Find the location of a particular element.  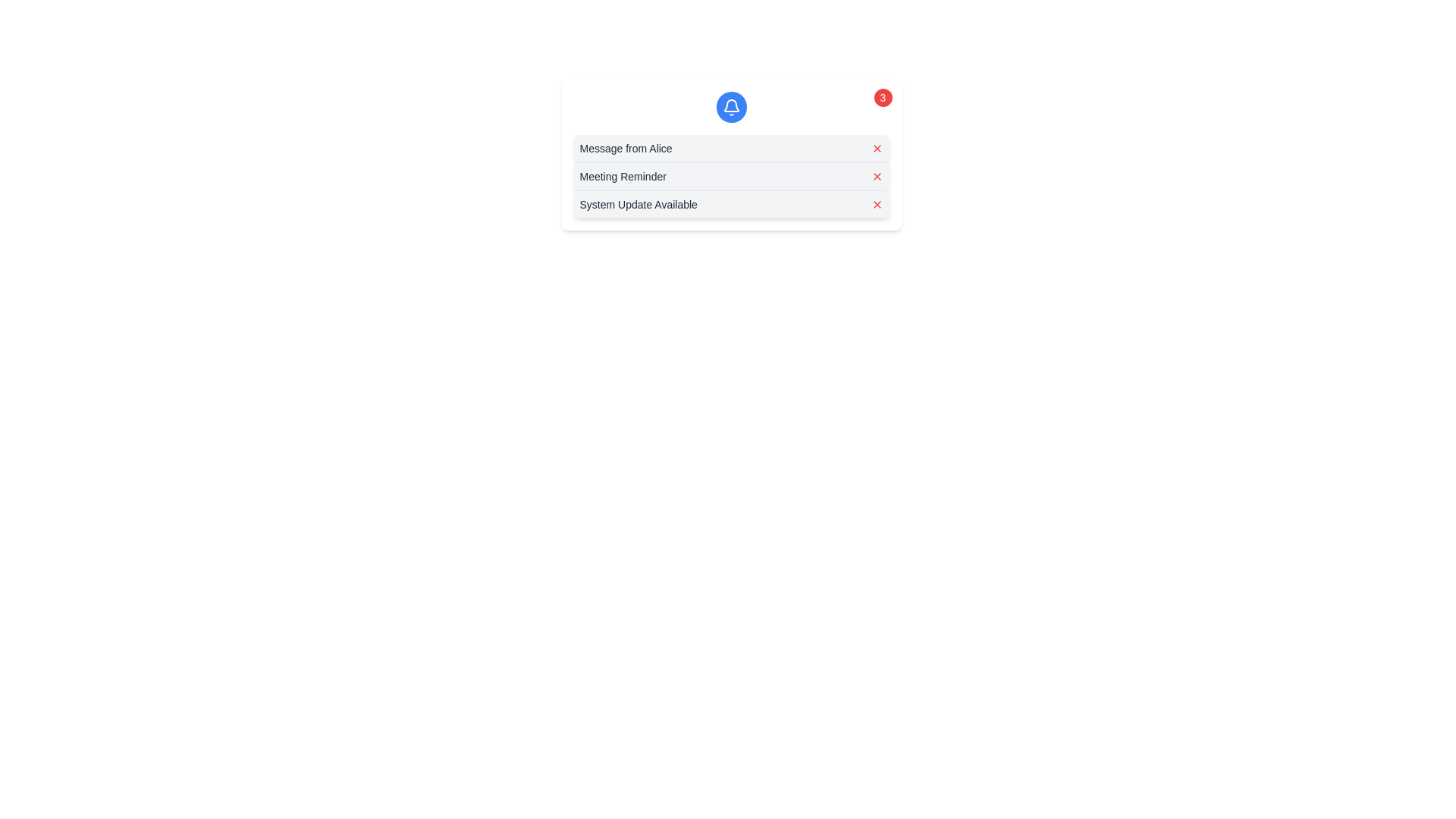

the second notification item labeled 'Meeting Reminder' is located at coordinates (731, 175).